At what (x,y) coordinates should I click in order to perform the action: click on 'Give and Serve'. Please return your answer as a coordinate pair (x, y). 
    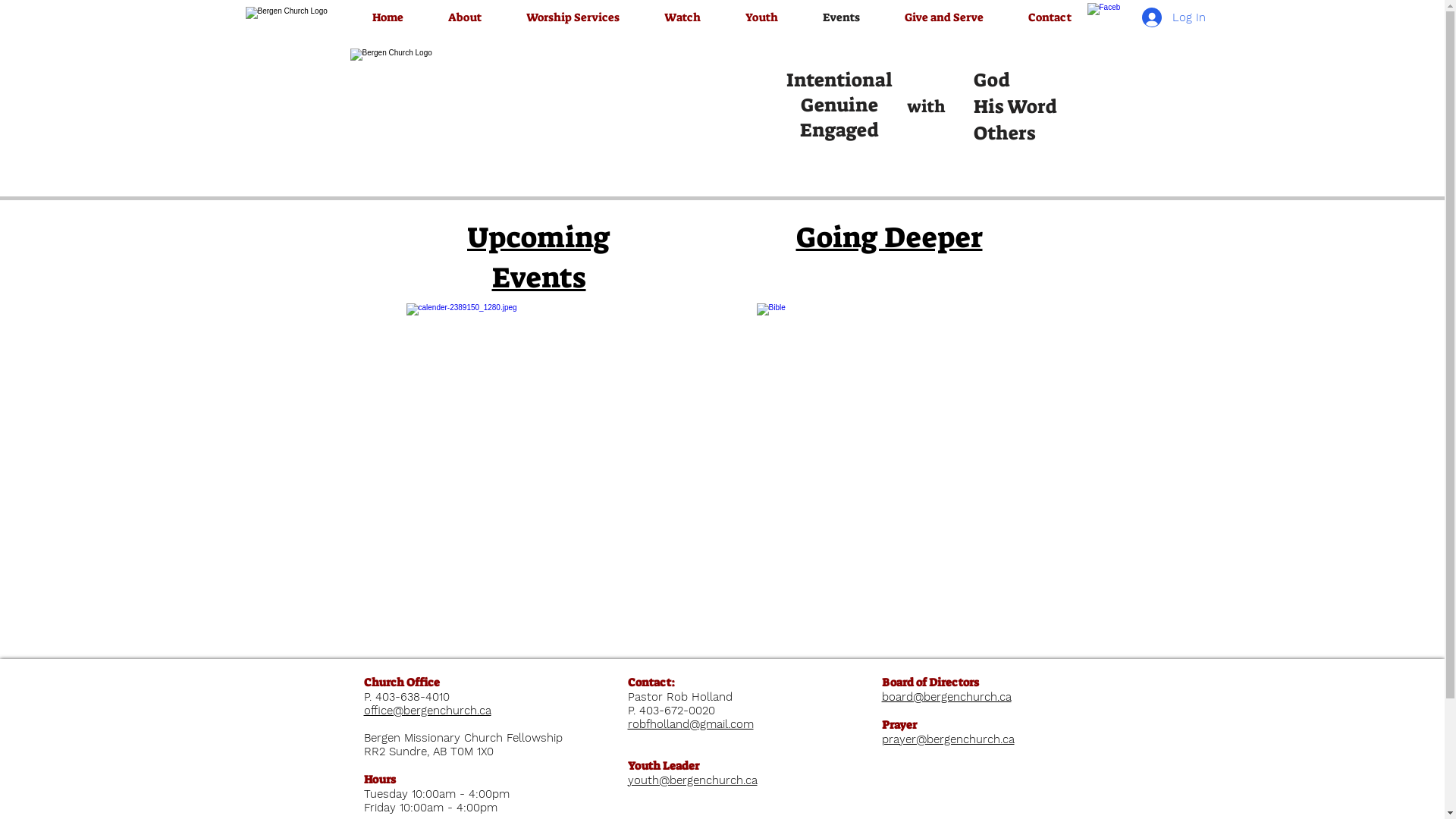
    Looking at the image, I should click on (943, 17).